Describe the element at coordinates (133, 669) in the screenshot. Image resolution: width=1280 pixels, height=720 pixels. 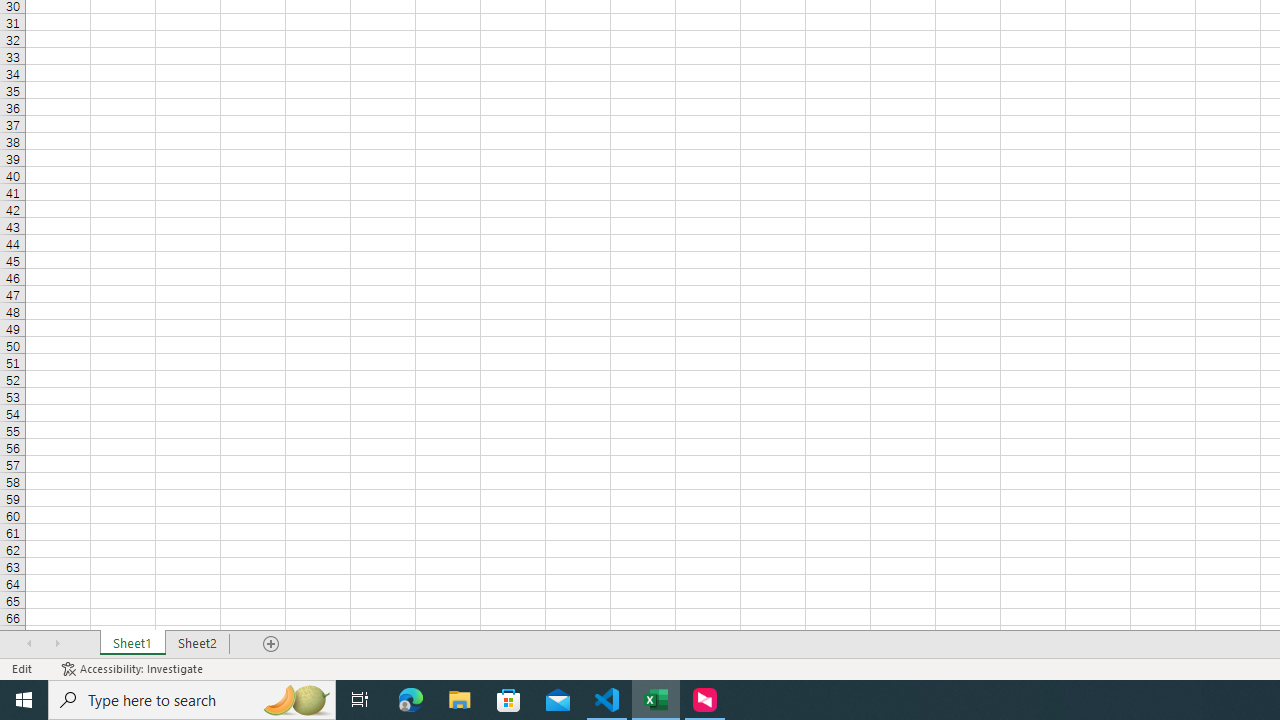
I see `'Accessibility Checker Accessibility: Investigate'` at that location.